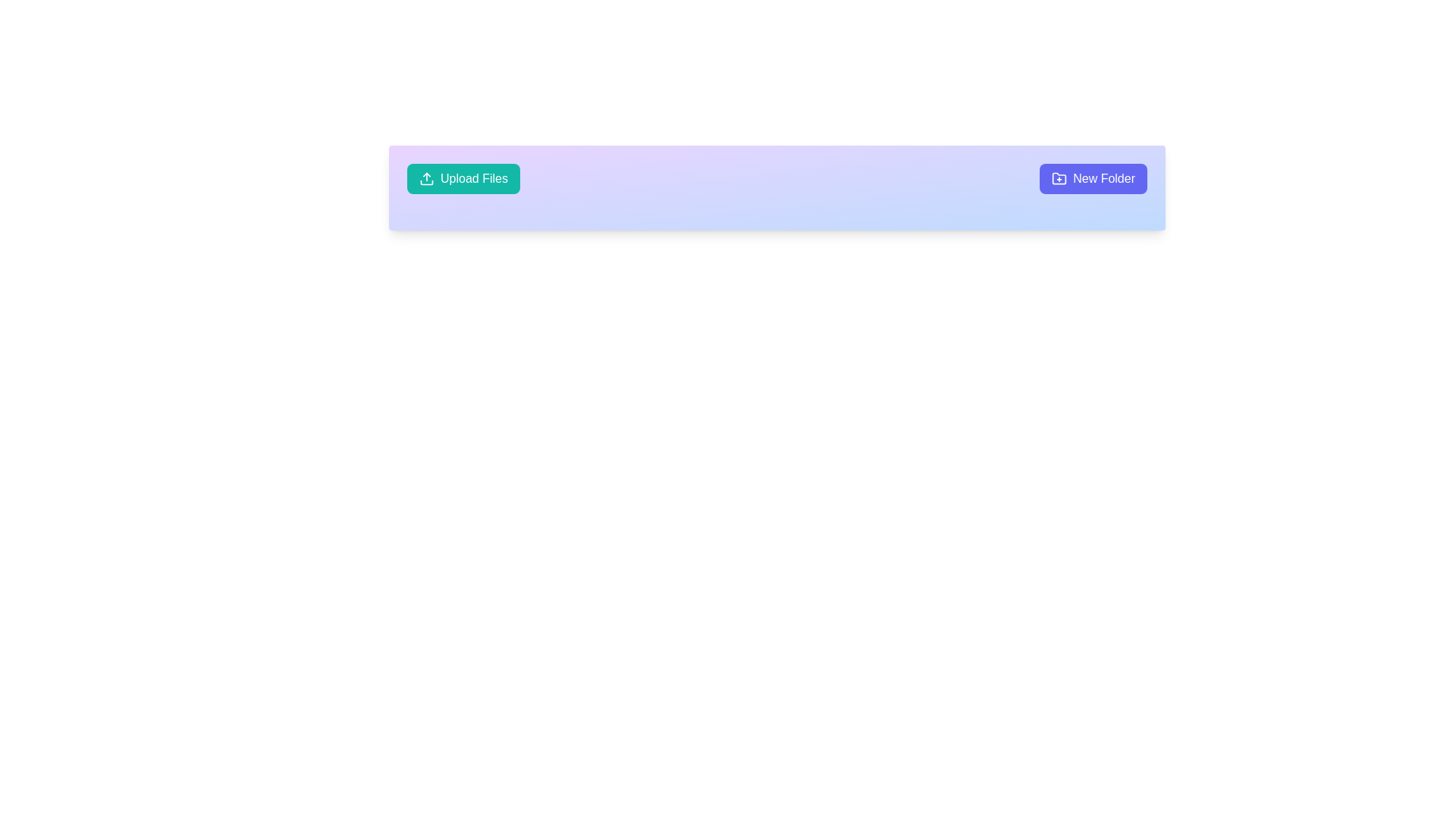 The height and width of the screenshot is (819, 1456). What do you see at coordinates (473, 177) in the screenshot?
I see `the Text label within the teal button that initiates the file upload process located in the top-left section of the interface` at bounding box center [473, 177].